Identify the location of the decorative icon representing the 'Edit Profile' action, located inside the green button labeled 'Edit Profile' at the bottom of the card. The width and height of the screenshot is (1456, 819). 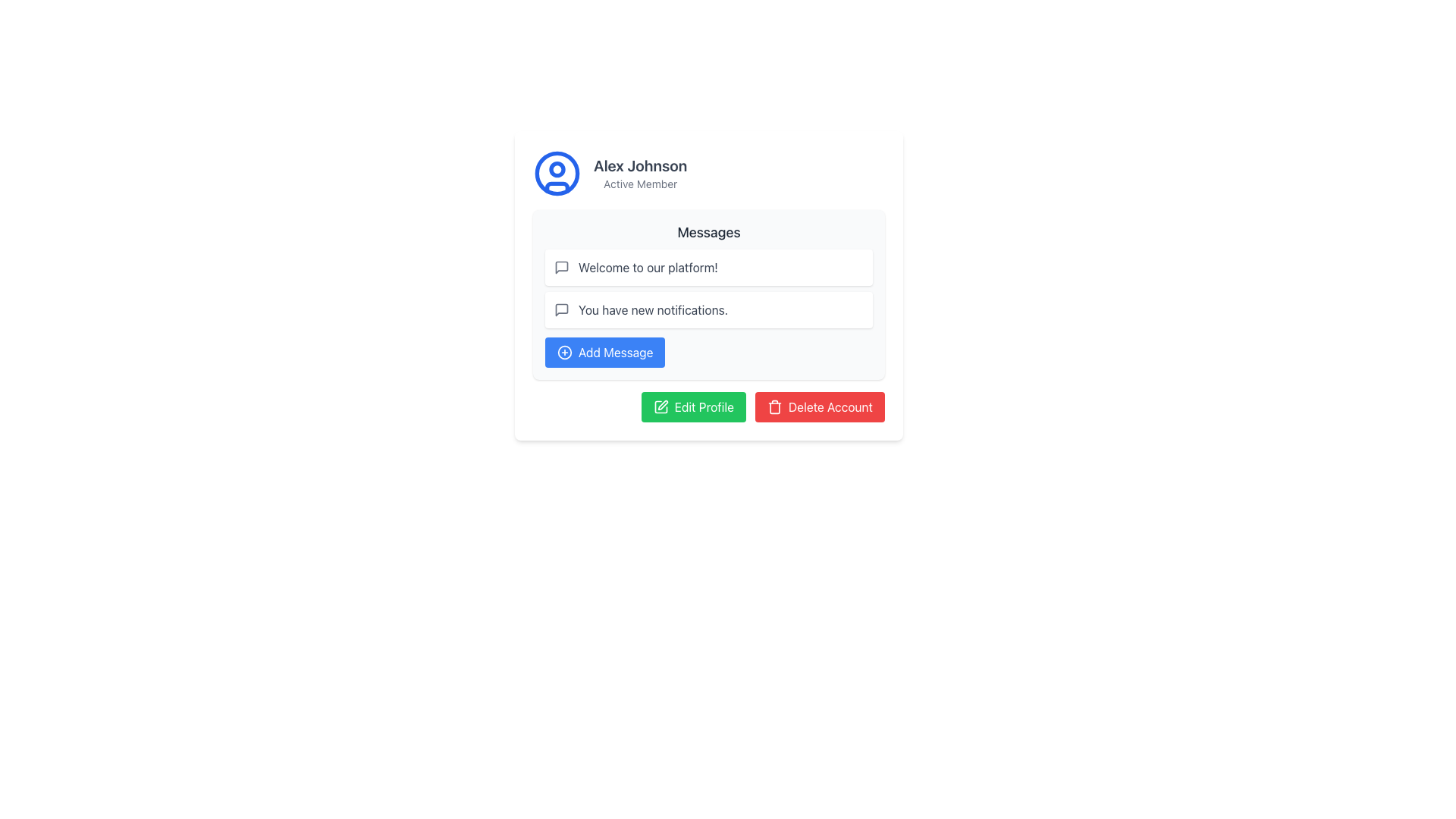
(661, 406).